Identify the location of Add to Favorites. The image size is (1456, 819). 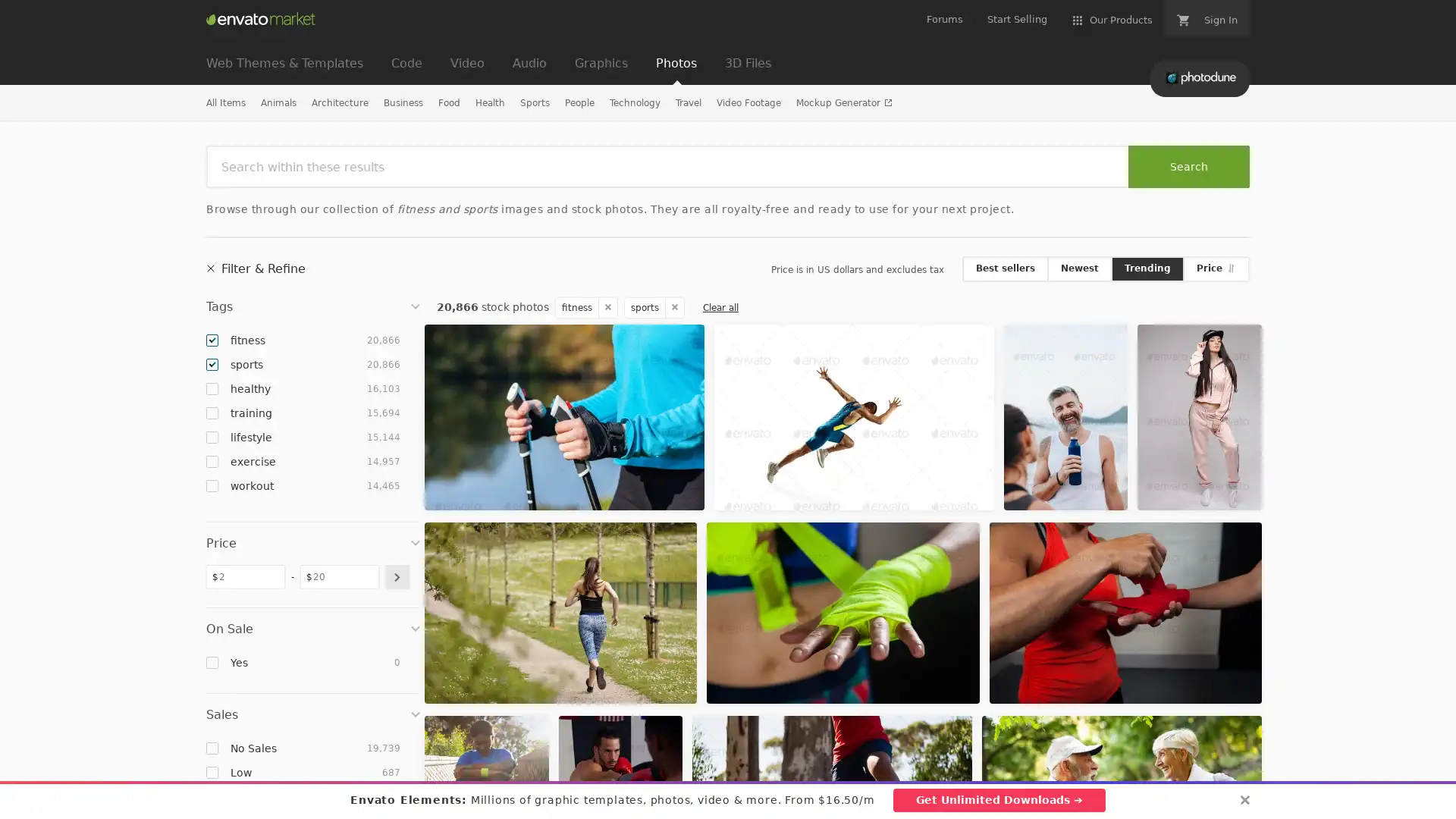
(683, 343).